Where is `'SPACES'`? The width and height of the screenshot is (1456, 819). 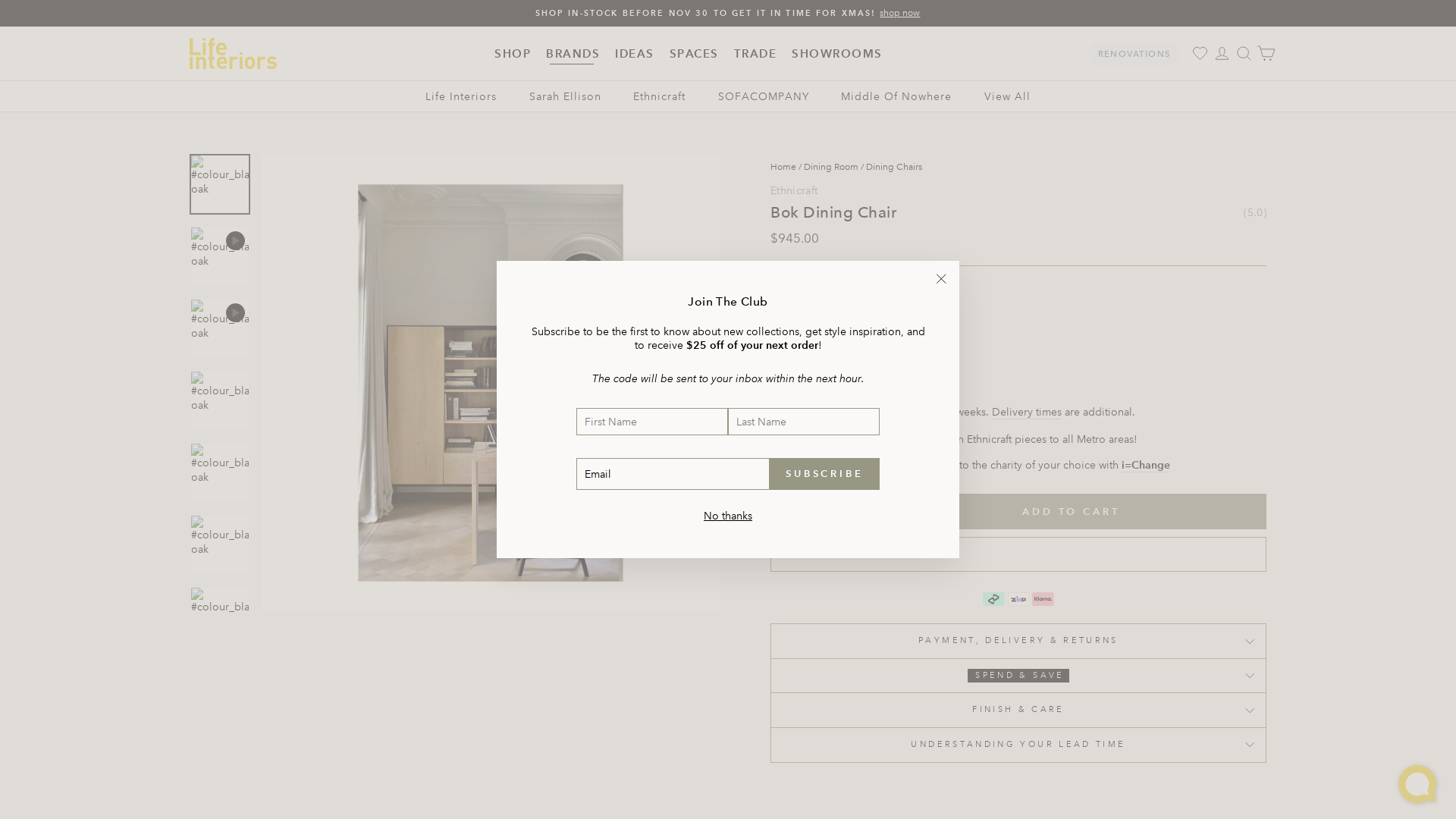 'SPACES' is located at coordinates (693, 52).